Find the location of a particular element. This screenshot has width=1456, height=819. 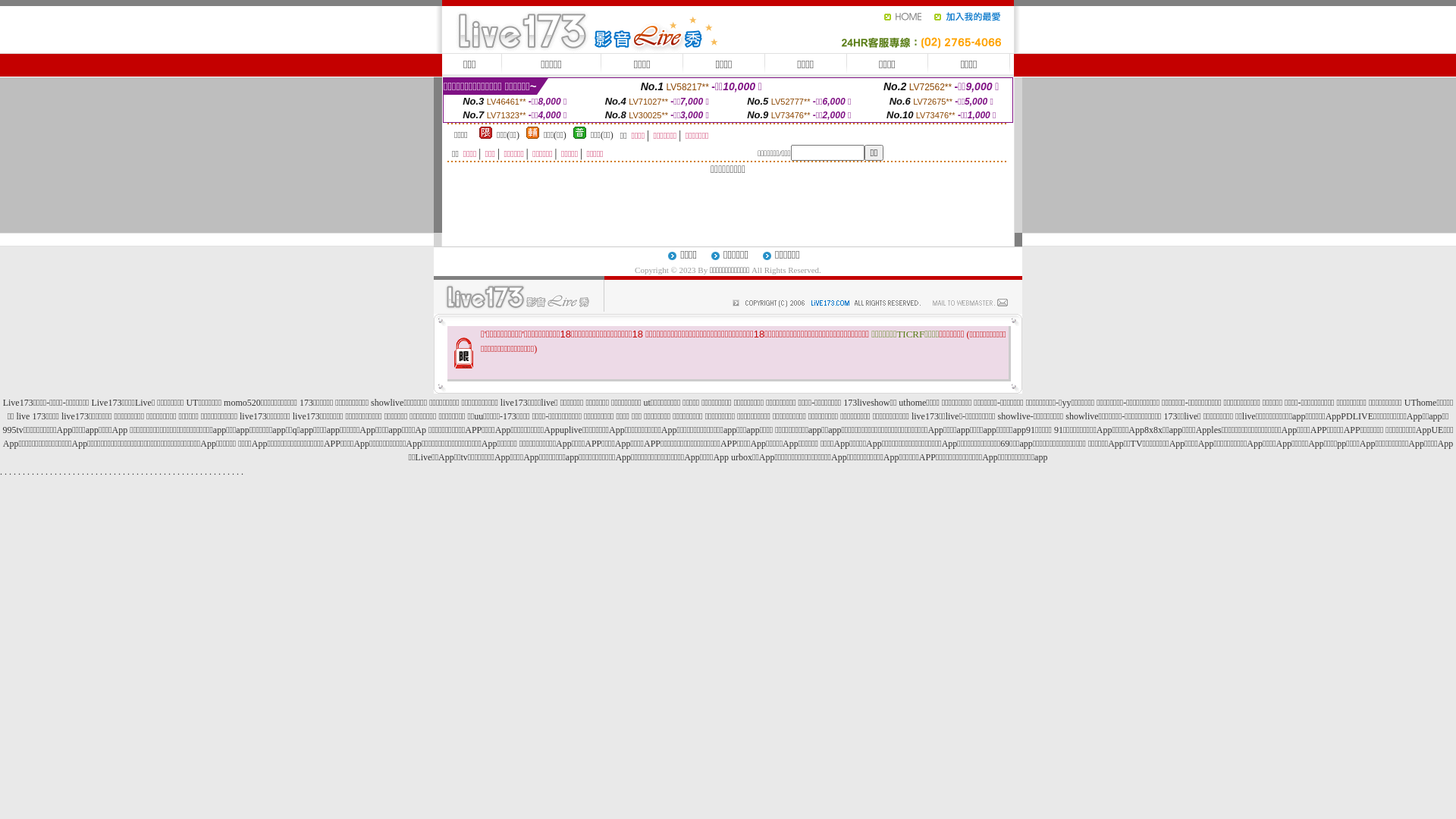

'.' is located at coordinates (1, 470).